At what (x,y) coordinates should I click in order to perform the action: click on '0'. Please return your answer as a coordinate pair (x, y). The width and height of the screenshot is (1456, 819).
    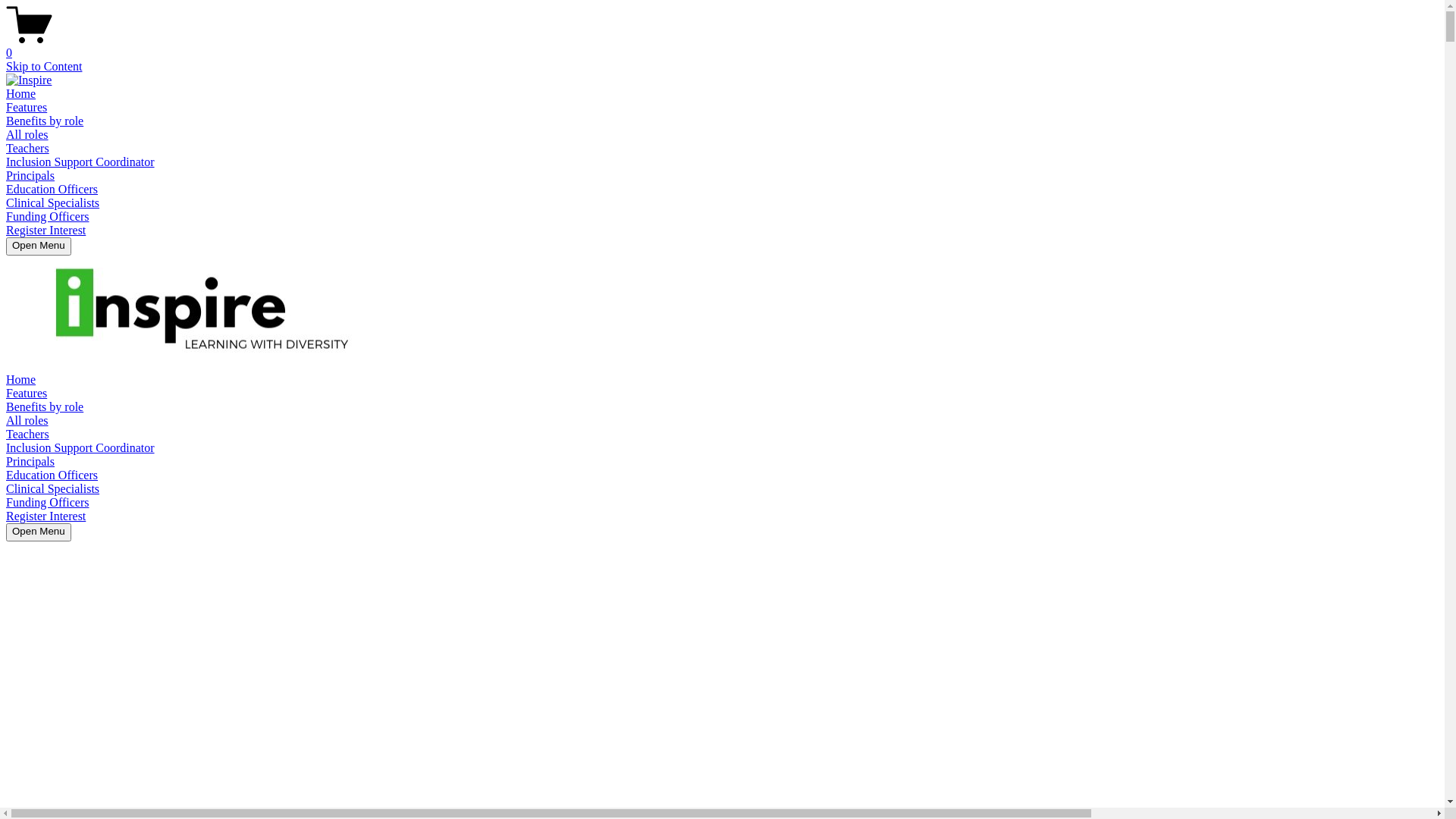
    Looking at the image, I should click on (6, 45).